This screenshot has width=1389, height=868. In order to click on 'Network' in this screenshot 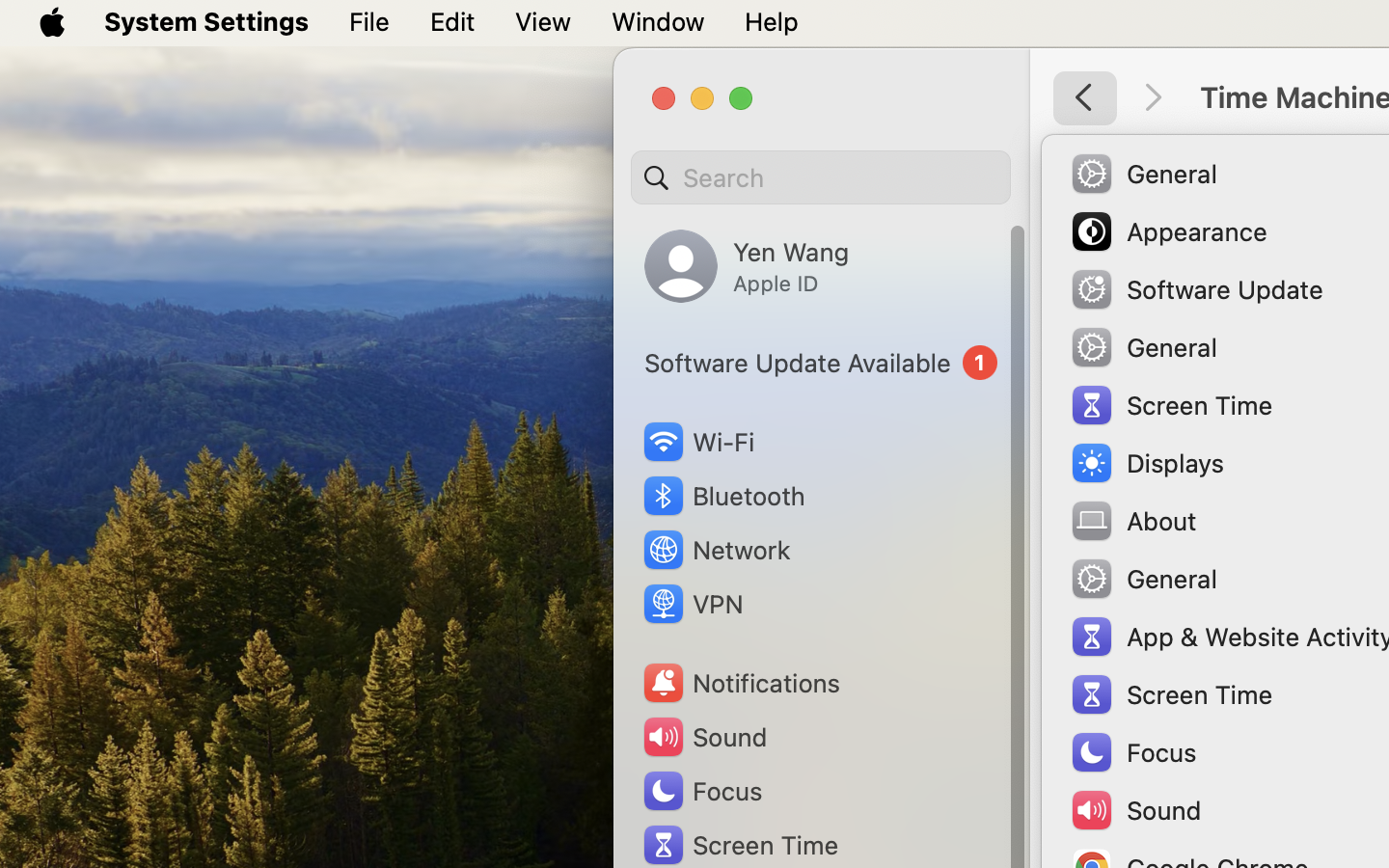, I will do `click(715, 549)`.